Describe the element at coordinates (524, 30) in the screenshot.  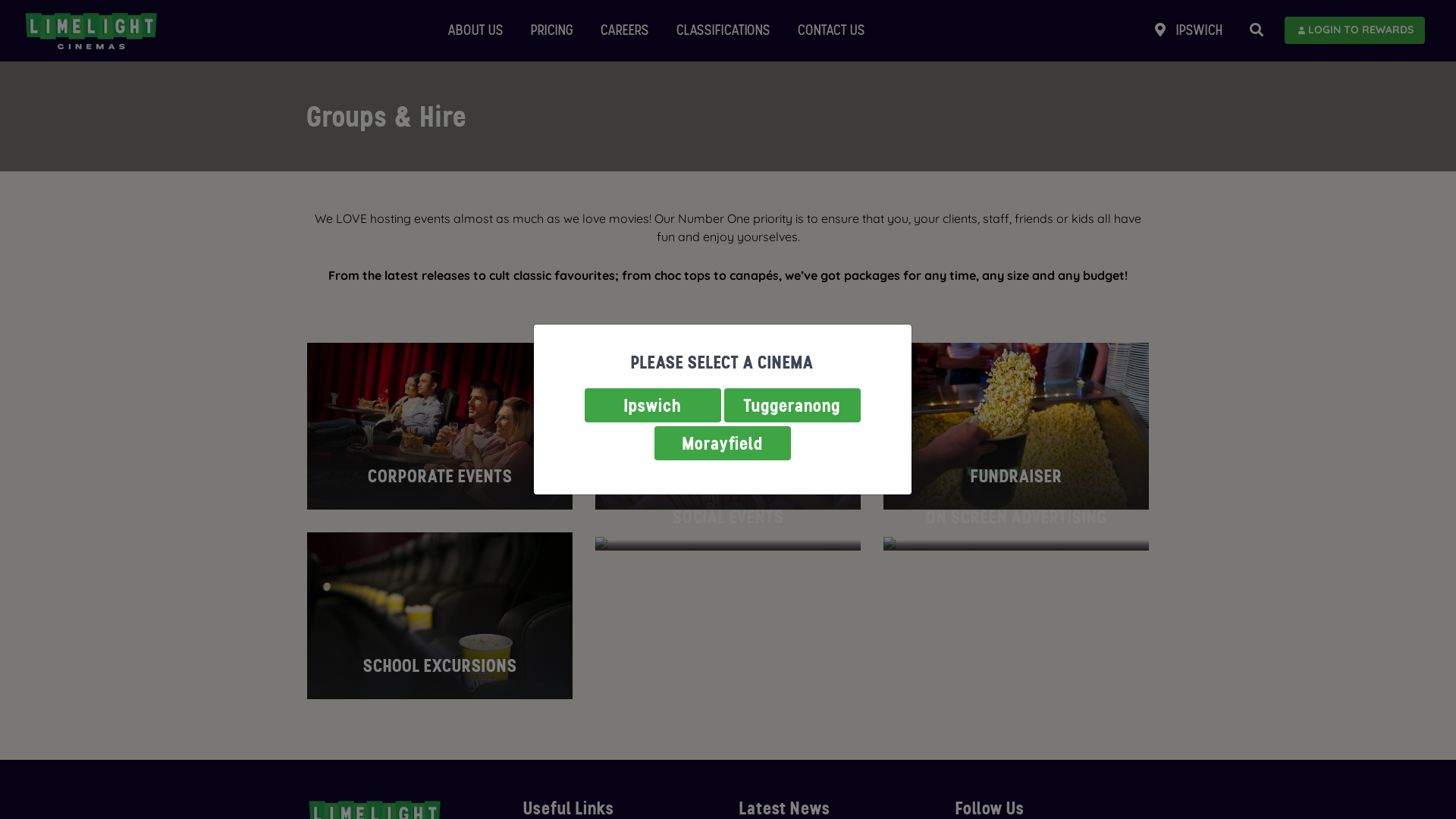
I see `'PRICING'` at that location.